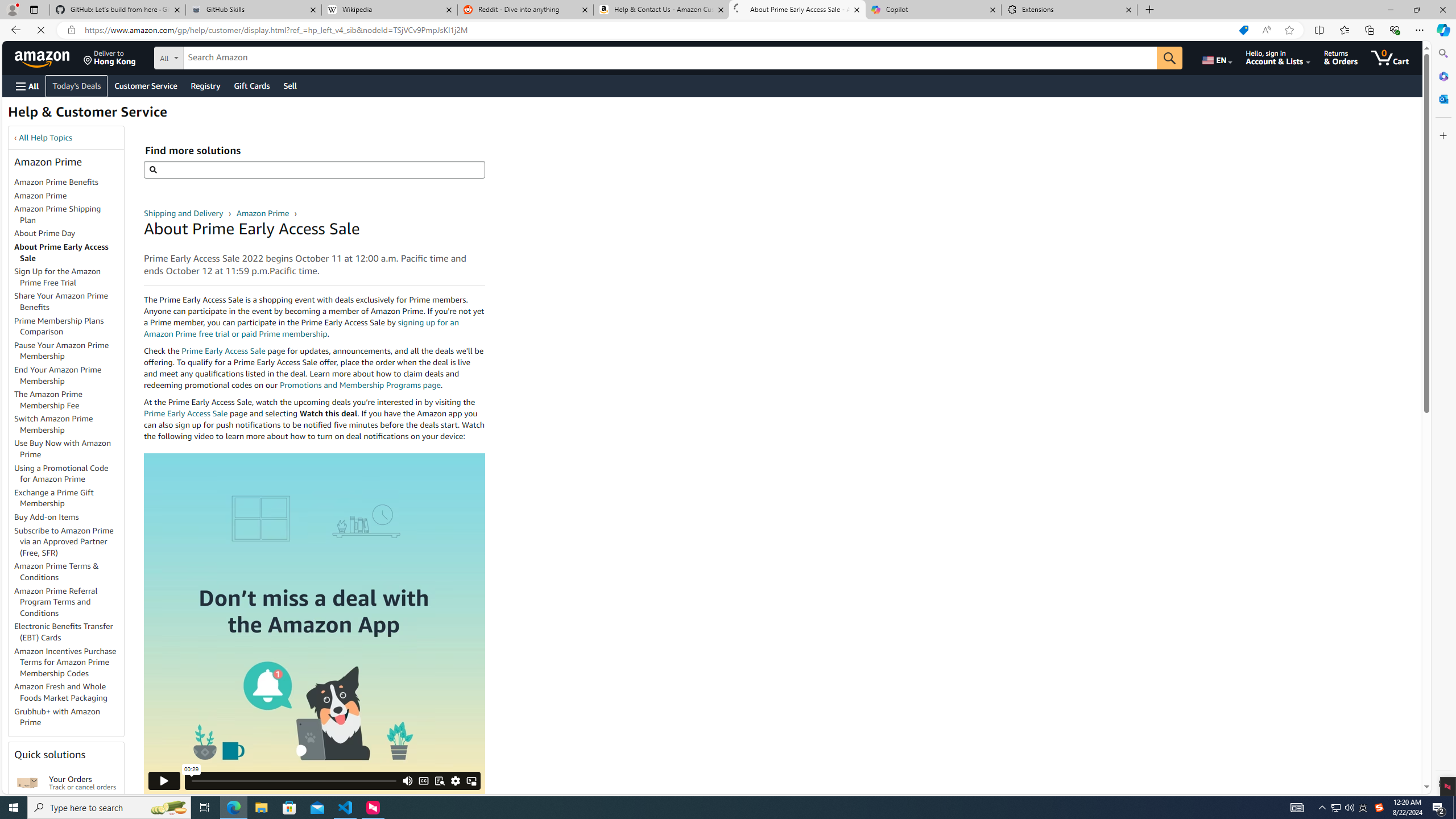 This screenshot has height=819, width=1456. Describe the element at coordinates (38, 106) in the screenshot. I see `'Today'` at that location.